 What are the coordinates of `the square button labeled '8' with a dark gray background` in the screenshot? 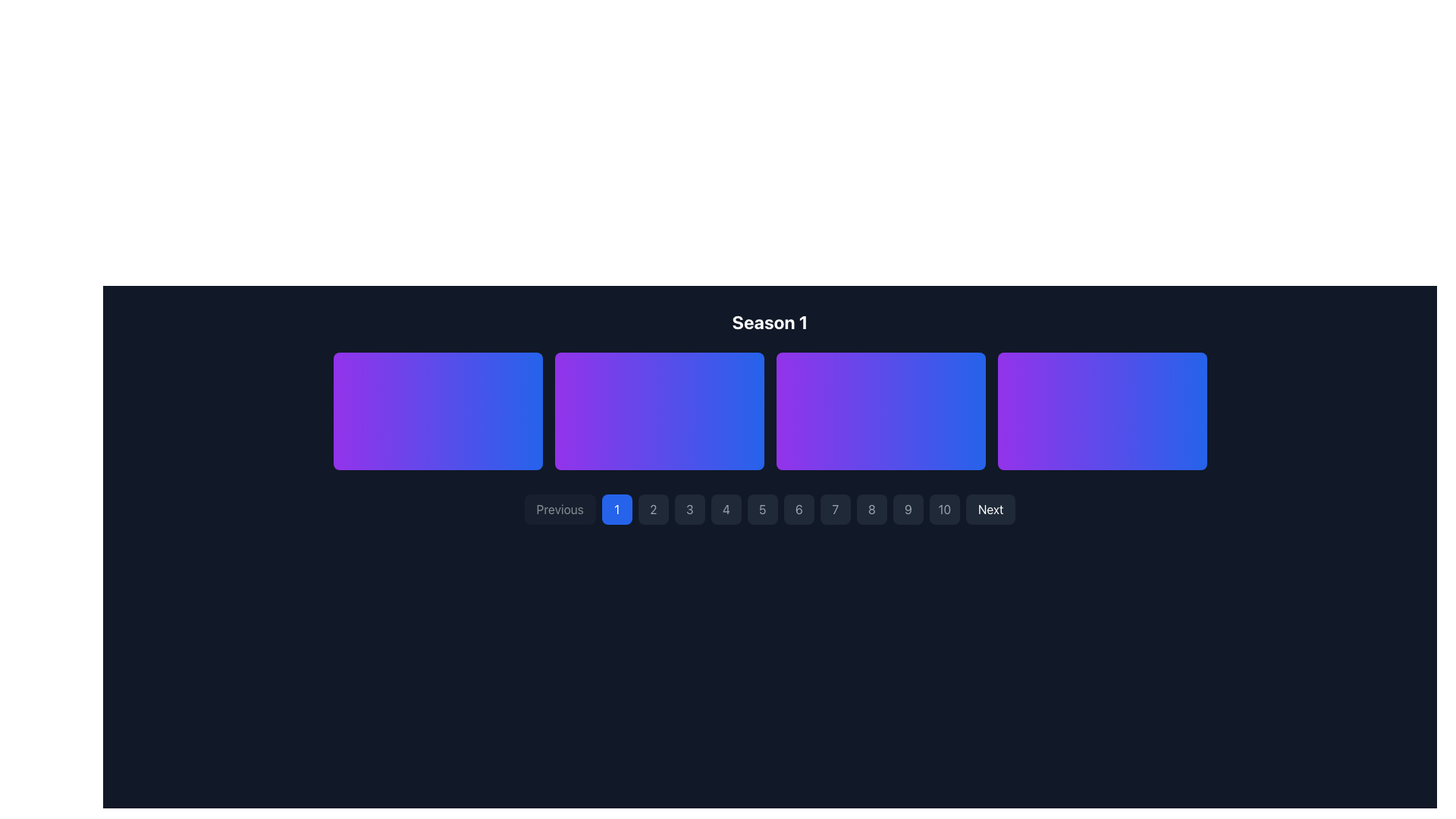 It's located at (871, 510).